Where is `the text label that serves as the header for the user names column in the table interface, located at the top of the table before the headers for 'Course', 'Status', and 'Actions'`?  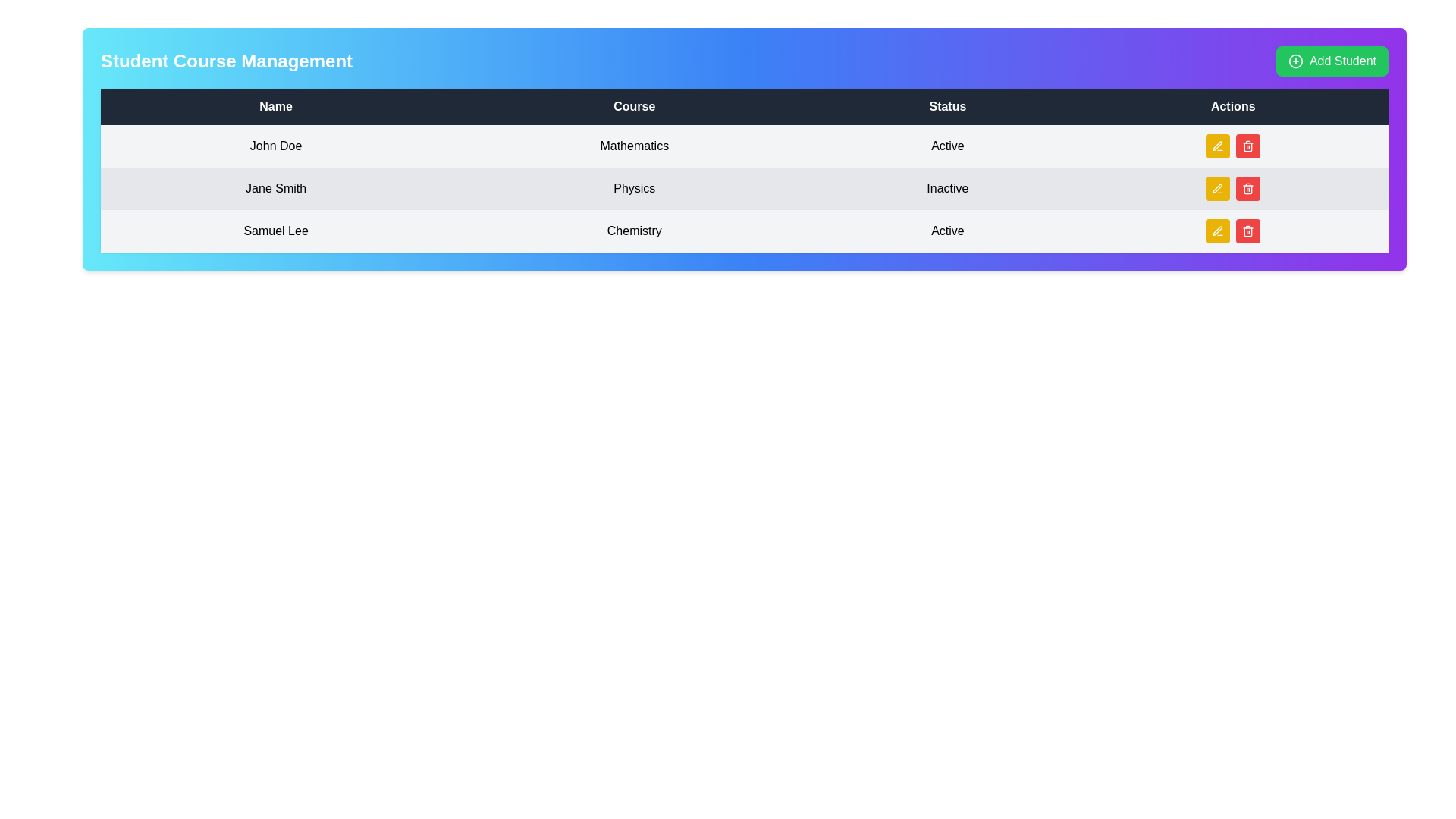 the text label that serves as the header for the user names column in the table interface, located at the top of the table before the headers for 'Course', 'Status', and 'Actions' is located at coordinates (276, 106).